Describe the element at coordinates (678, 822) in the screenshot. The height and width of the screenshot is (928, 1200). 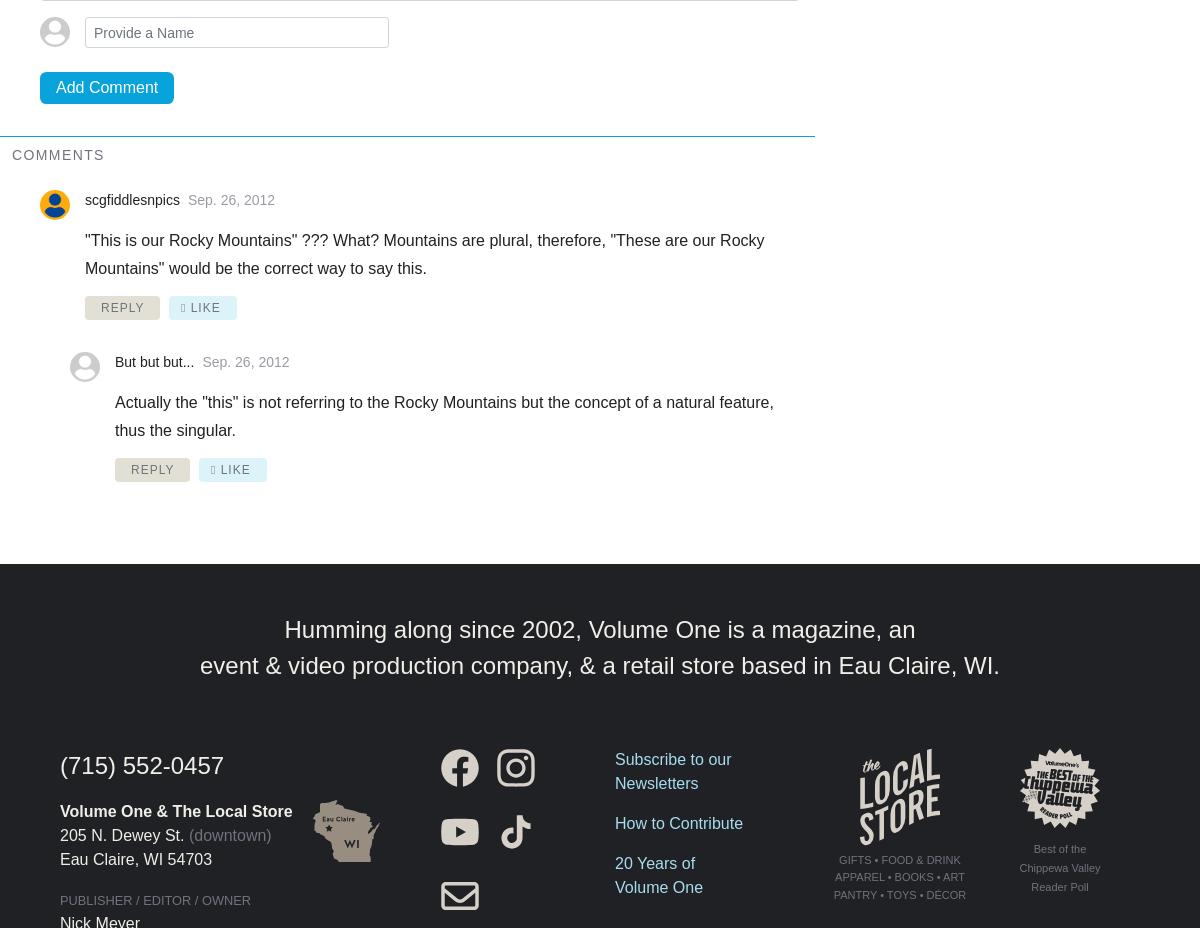
I see `'How to Contribute'` at that location.